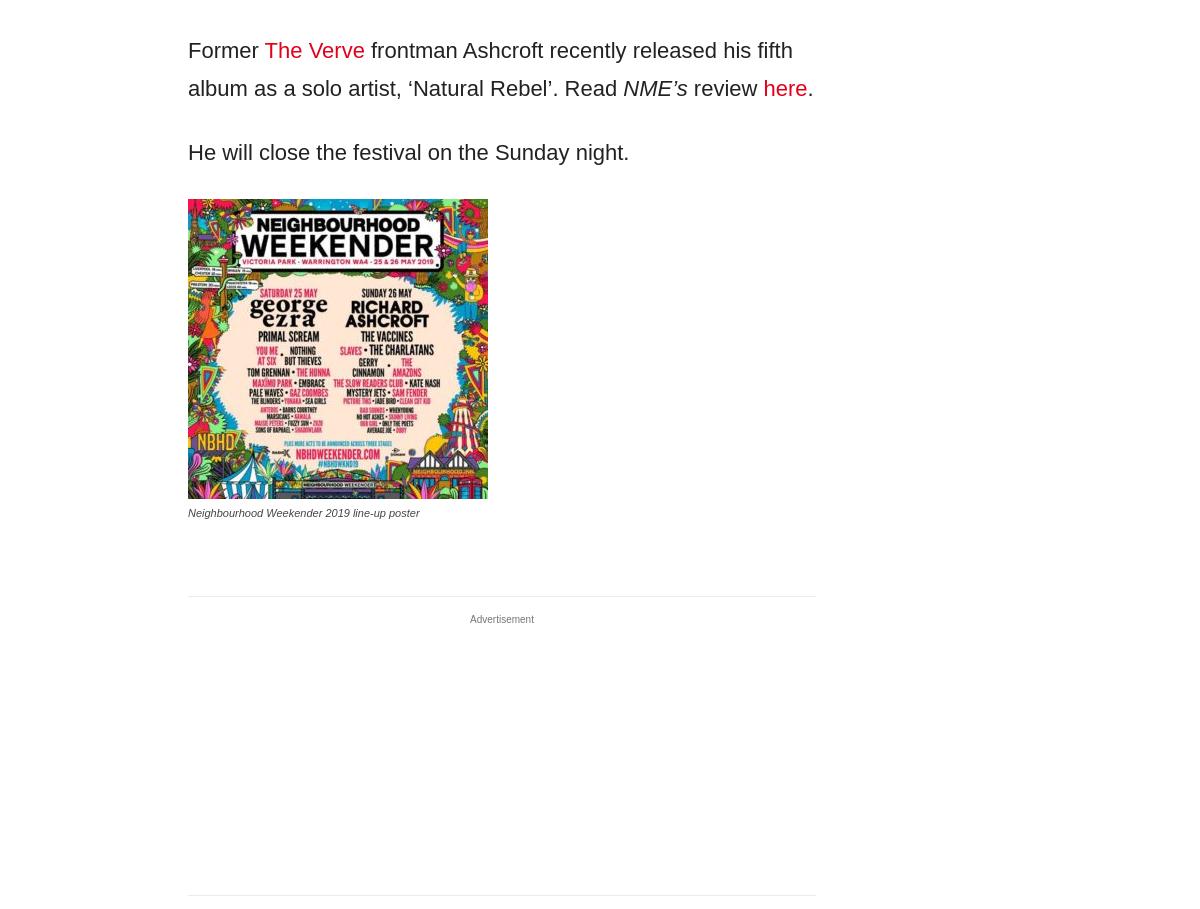 This screenshot has height=909, width=1200. I want to click on 'Former', so click(224, 49).